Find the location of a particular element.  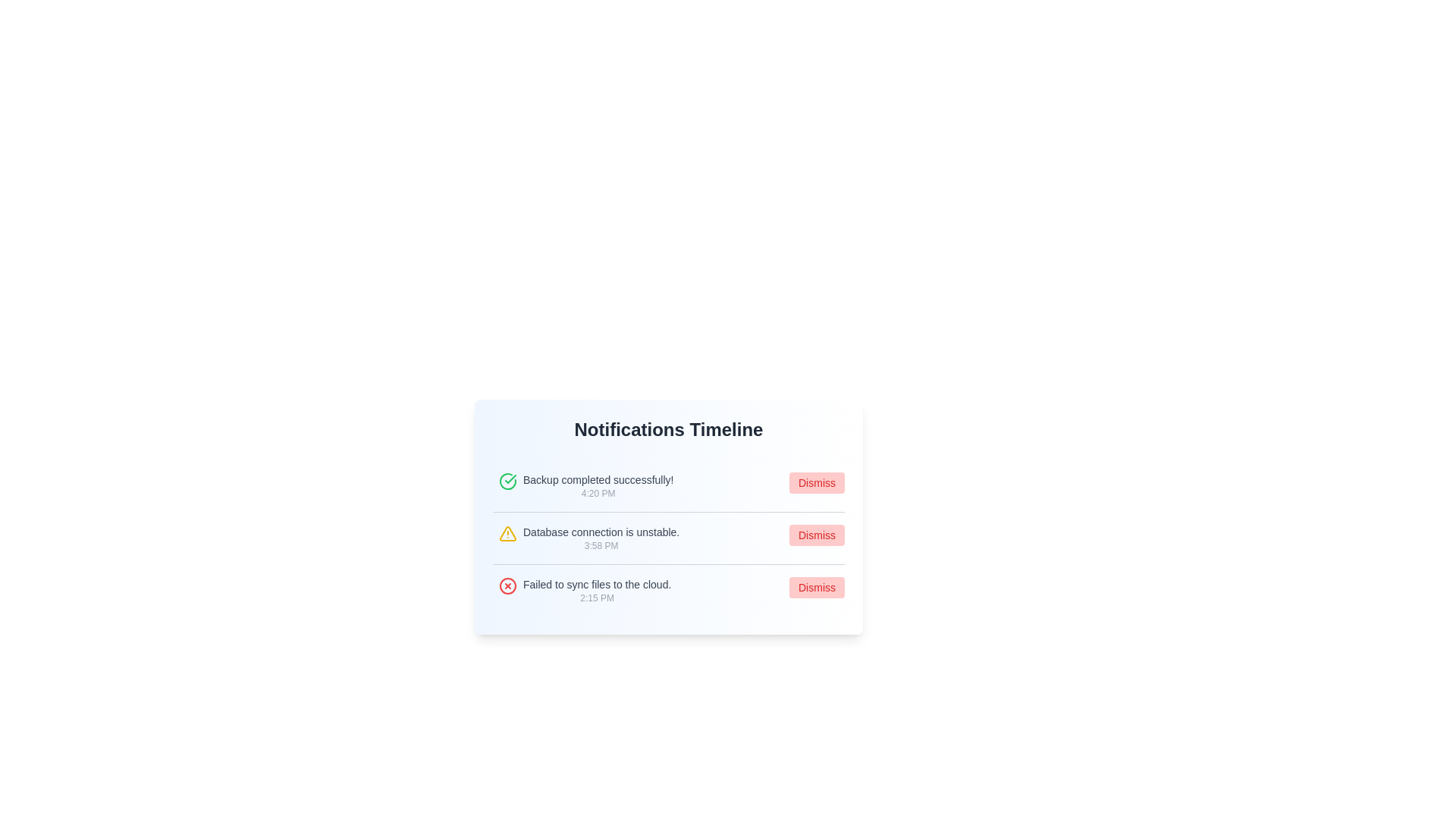

the first notification entry in the Notifications Timeline, indicating a successful backup operation is located at coordinates (582, 485).